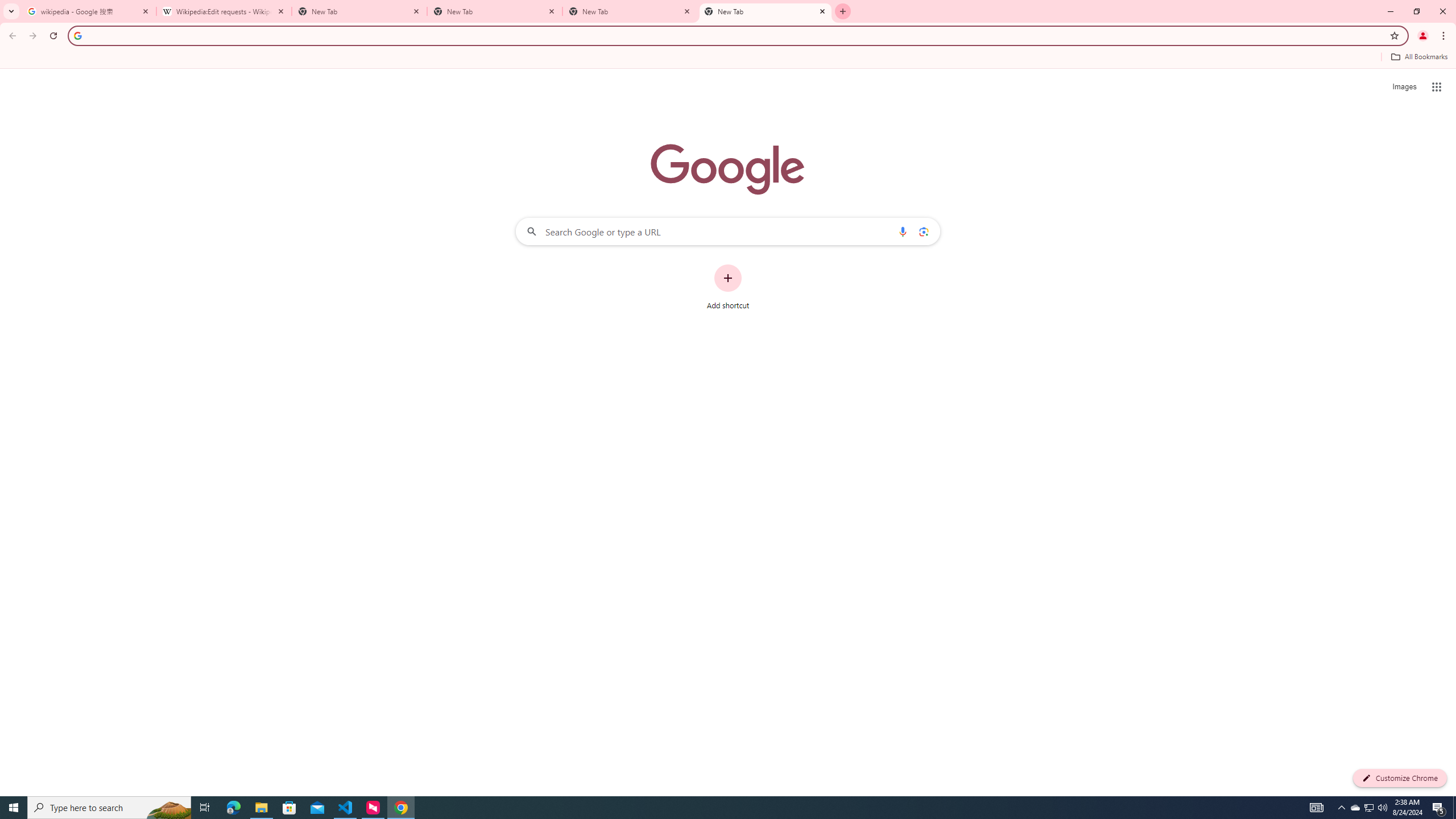 The image size is (1456, 819). Describe the element at coordinates (1444, 35) in the screenshot. I see `'Chrome'` at that location.